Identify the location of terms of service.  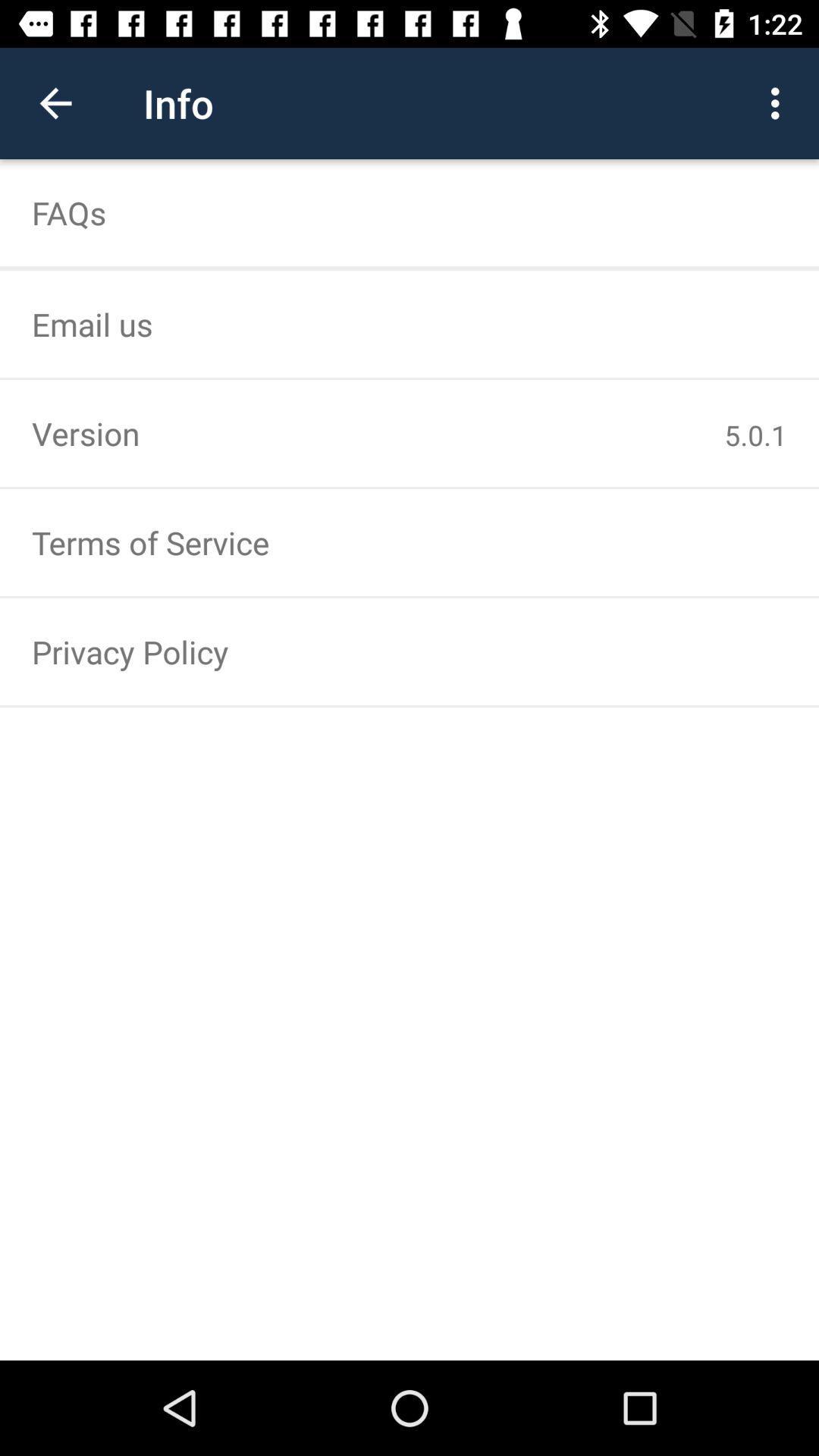
(409, 542).